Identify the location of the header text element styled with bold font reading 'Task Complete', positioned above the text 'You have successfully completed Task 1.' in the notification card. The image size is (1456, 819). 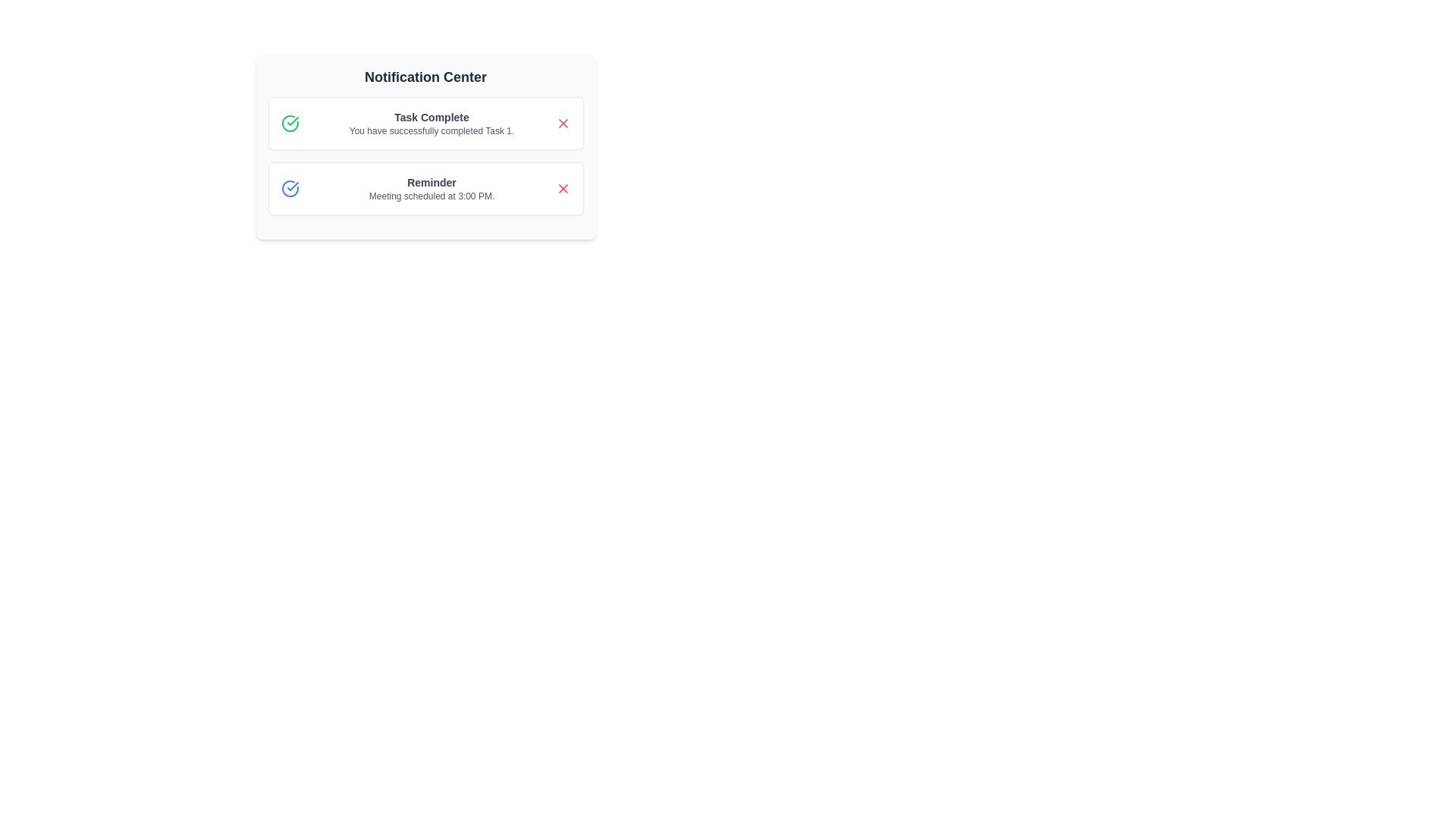
(431, 116).